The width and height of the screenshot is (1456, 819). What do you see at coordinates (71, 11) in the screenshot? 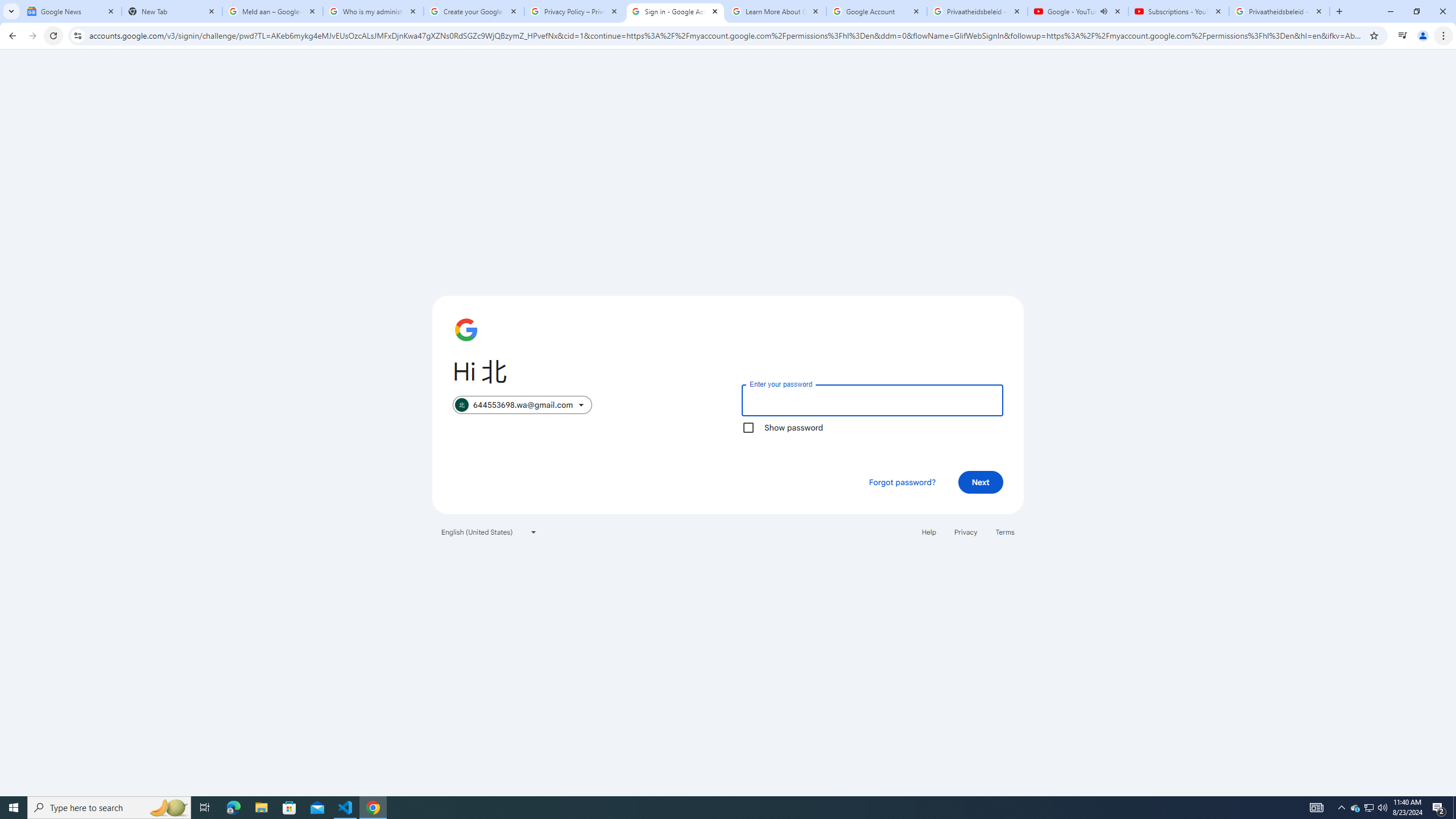
I see `'Google News'` at bounding box center [71, 11].